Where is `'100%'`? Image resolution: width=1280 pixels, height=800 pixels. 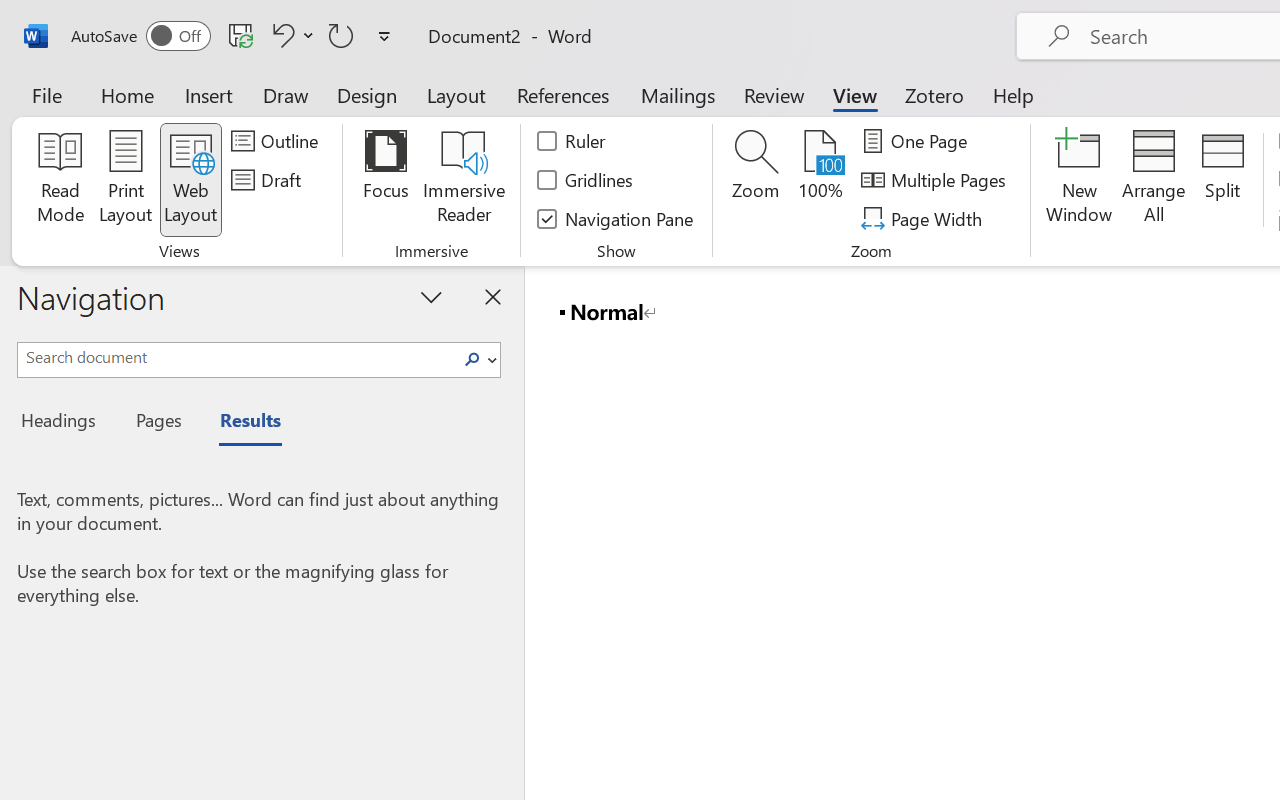
'100%' is located at coordinates (821, 179).